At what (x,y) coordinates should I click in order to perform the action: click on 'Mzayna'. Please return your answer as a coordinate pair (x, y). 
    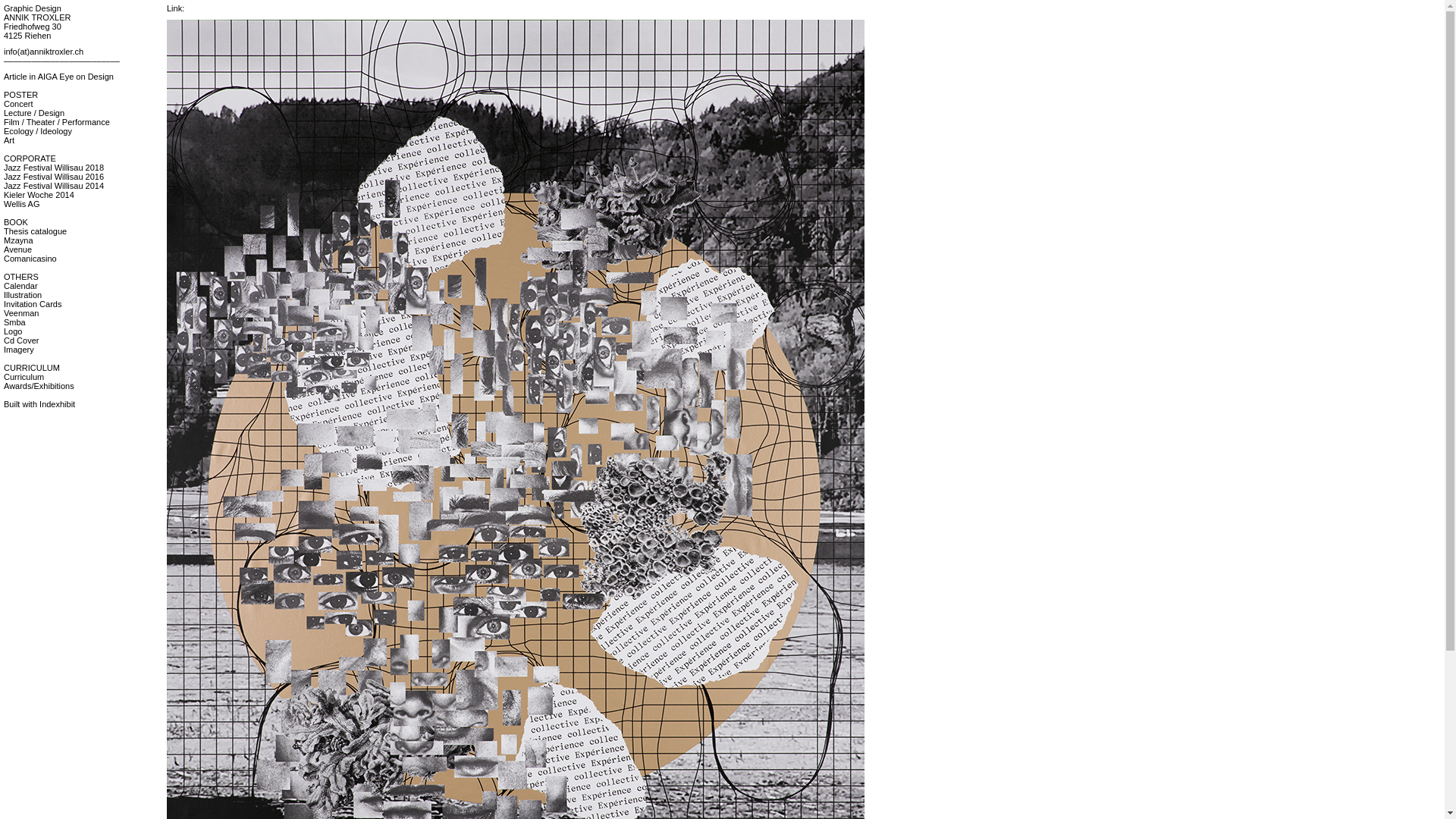
    Looking at the image, I should click on (18, 239).